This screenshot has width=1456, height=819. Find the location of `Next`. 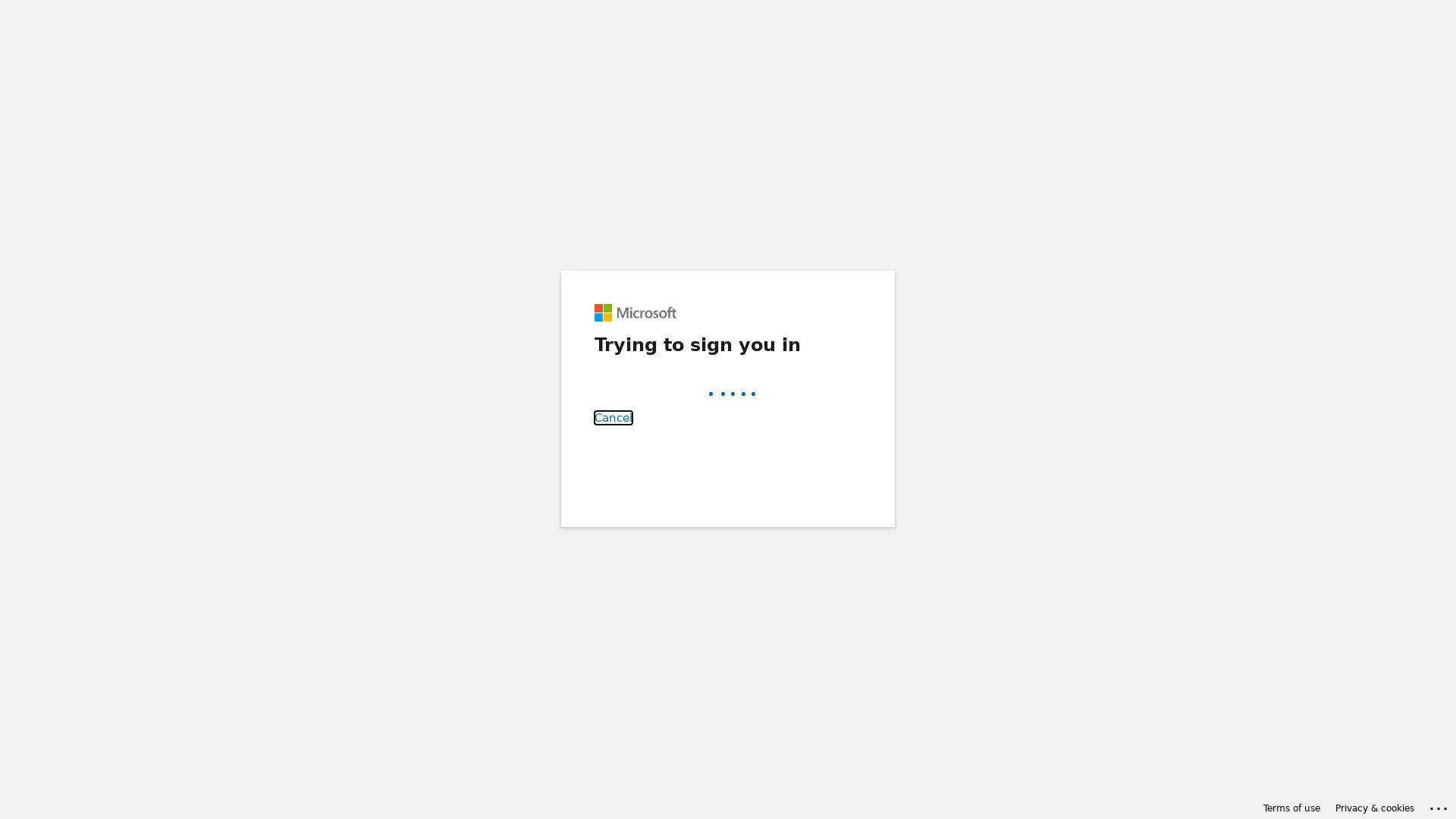

Next is located at coordinates (819, 452).